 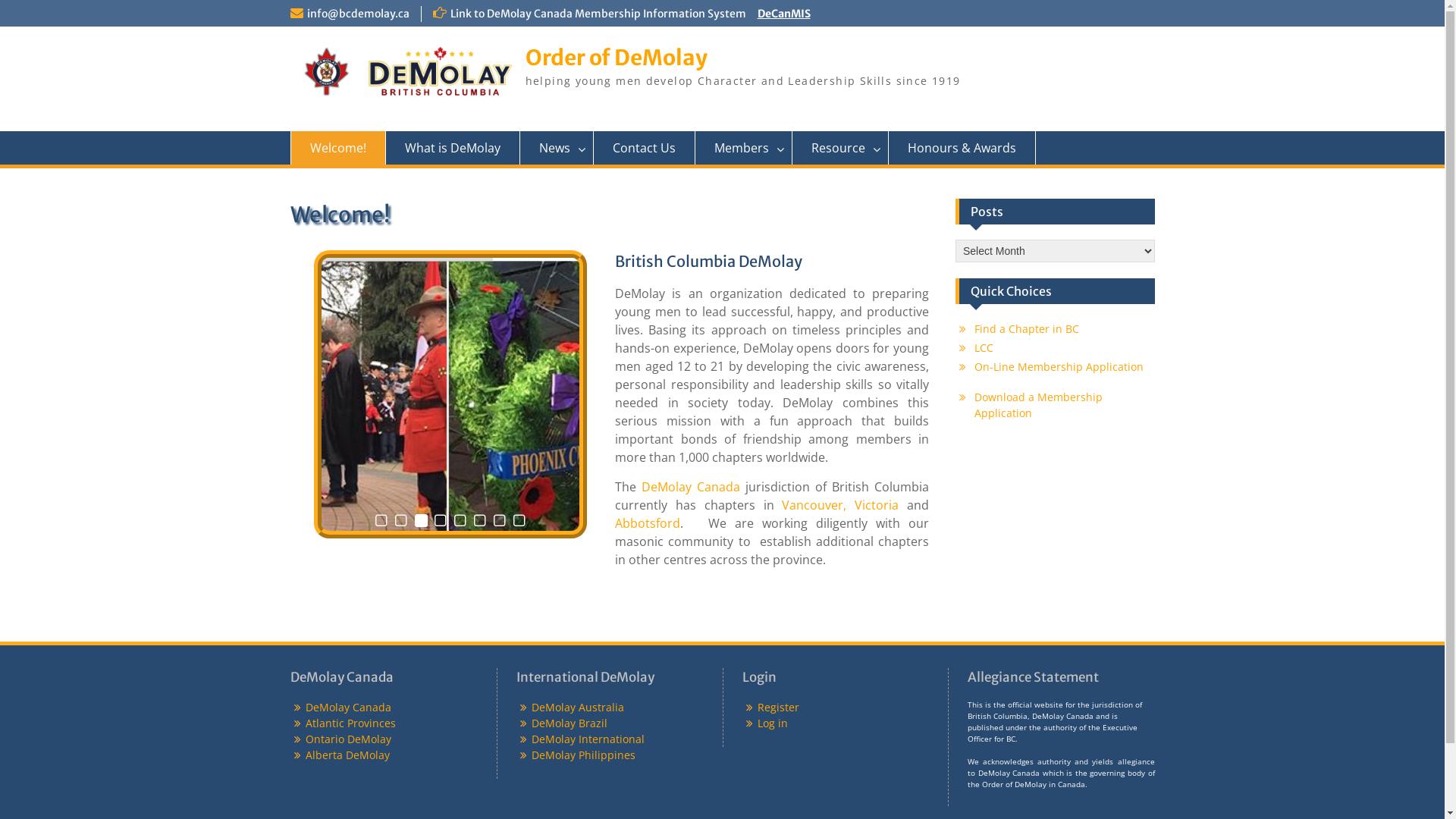 What do you see at coordinates (777, 707) in the screenshot?
I see `'Register'` at bounding box center [777, 707].